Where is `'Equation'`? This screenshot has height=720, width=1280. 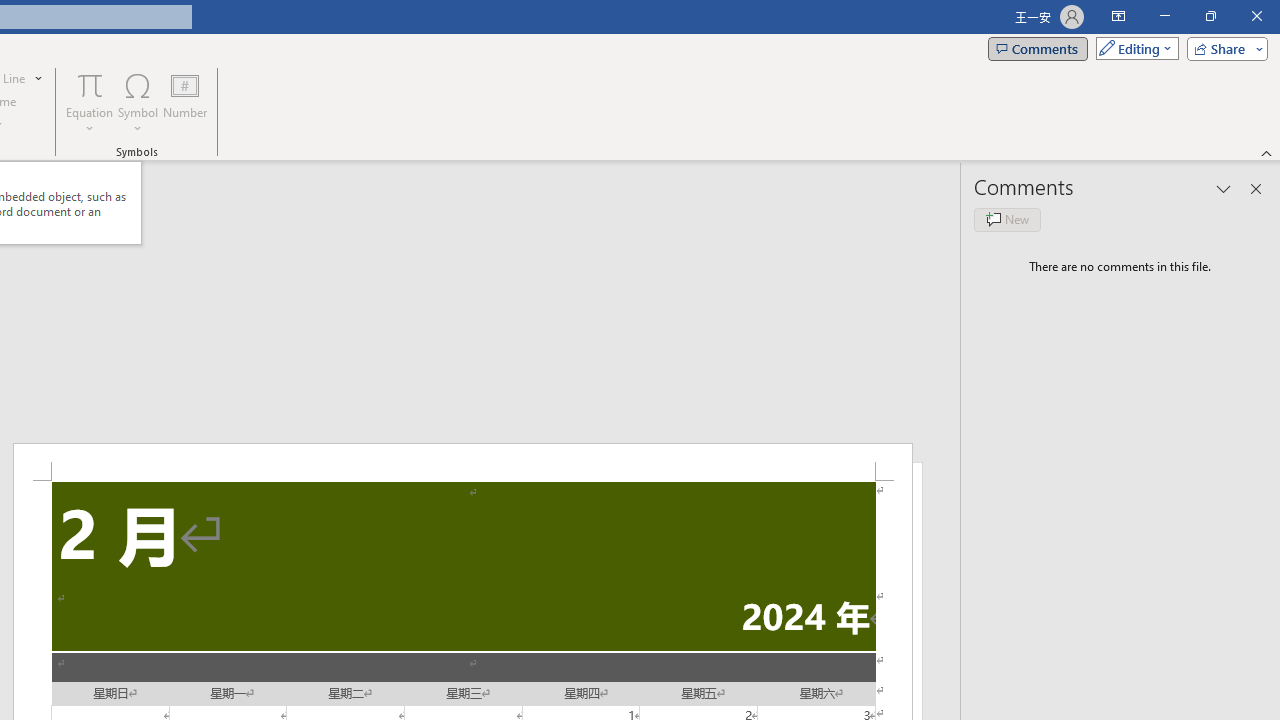
'Equation' is located at coordinates (89, 103).